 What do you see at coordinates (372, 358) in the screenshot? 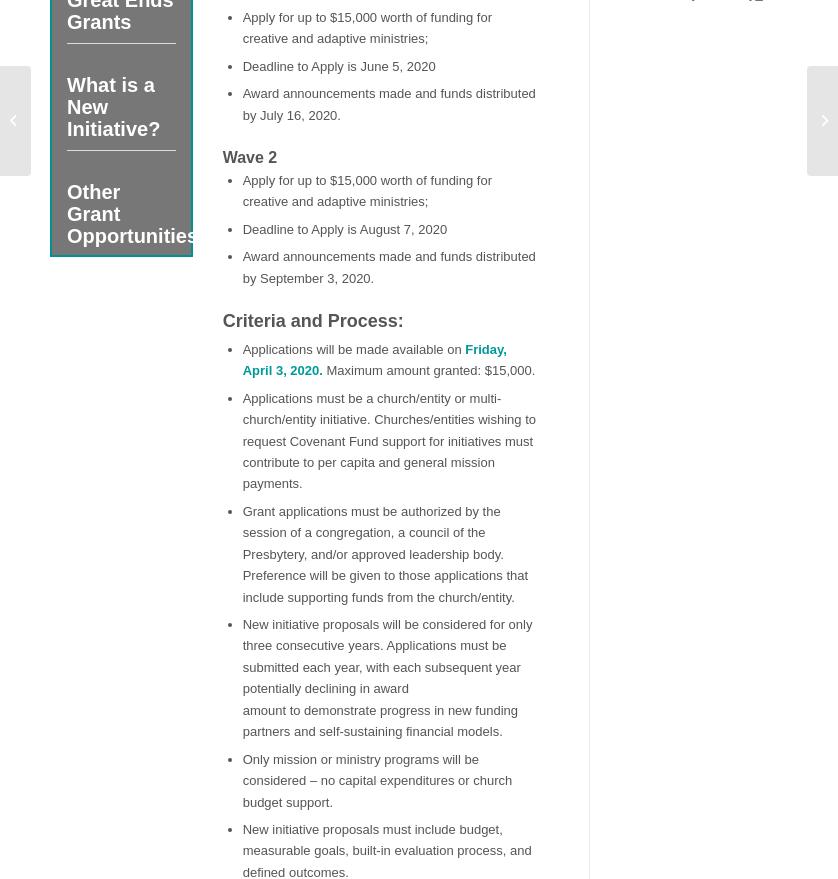
I see `'Friday, April 3, 2020.'` at bounding box center [372, 358].